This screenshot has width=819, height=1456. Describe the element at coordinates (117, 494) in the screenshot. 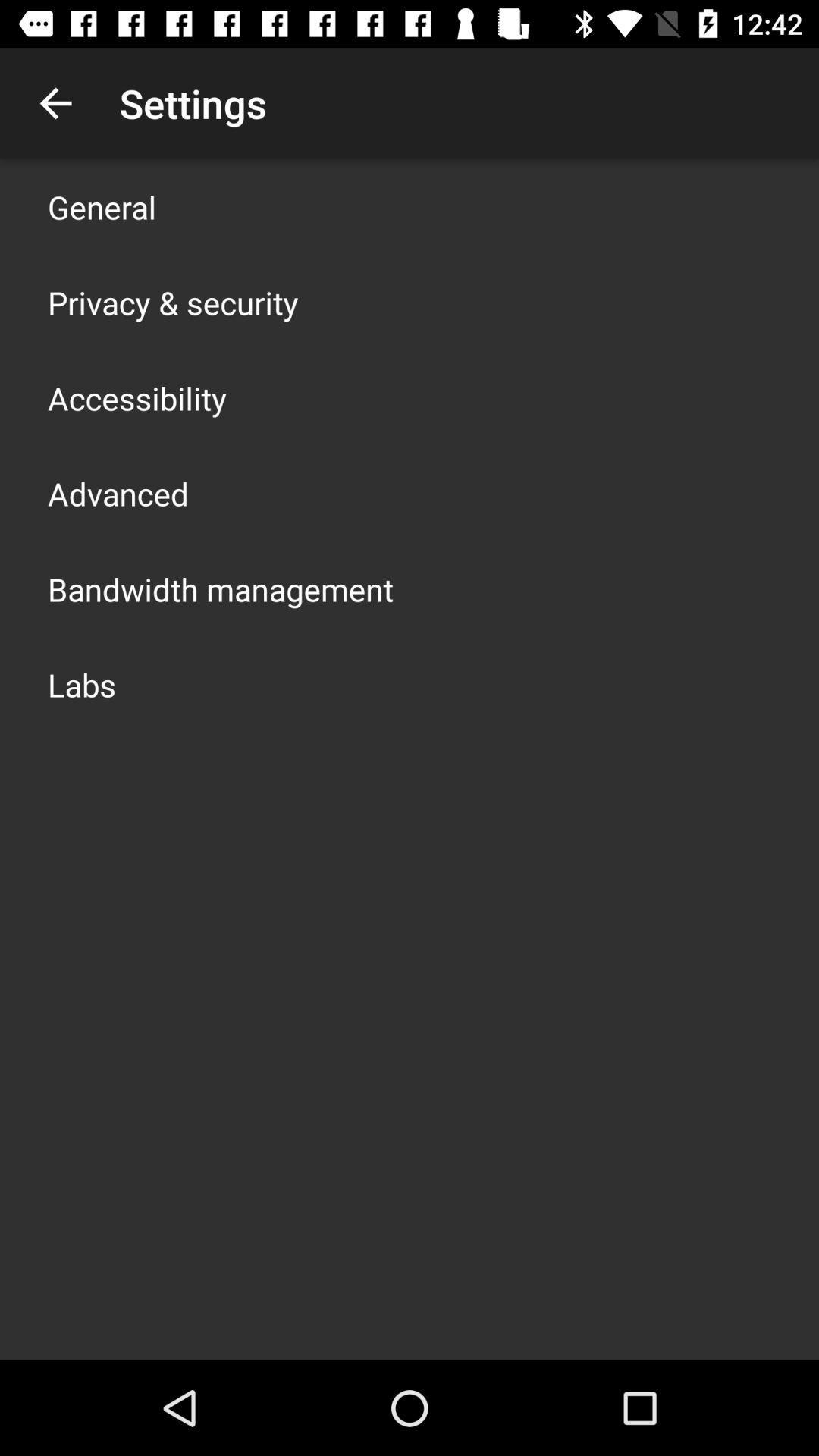

I see `the advanced icon` at that location.